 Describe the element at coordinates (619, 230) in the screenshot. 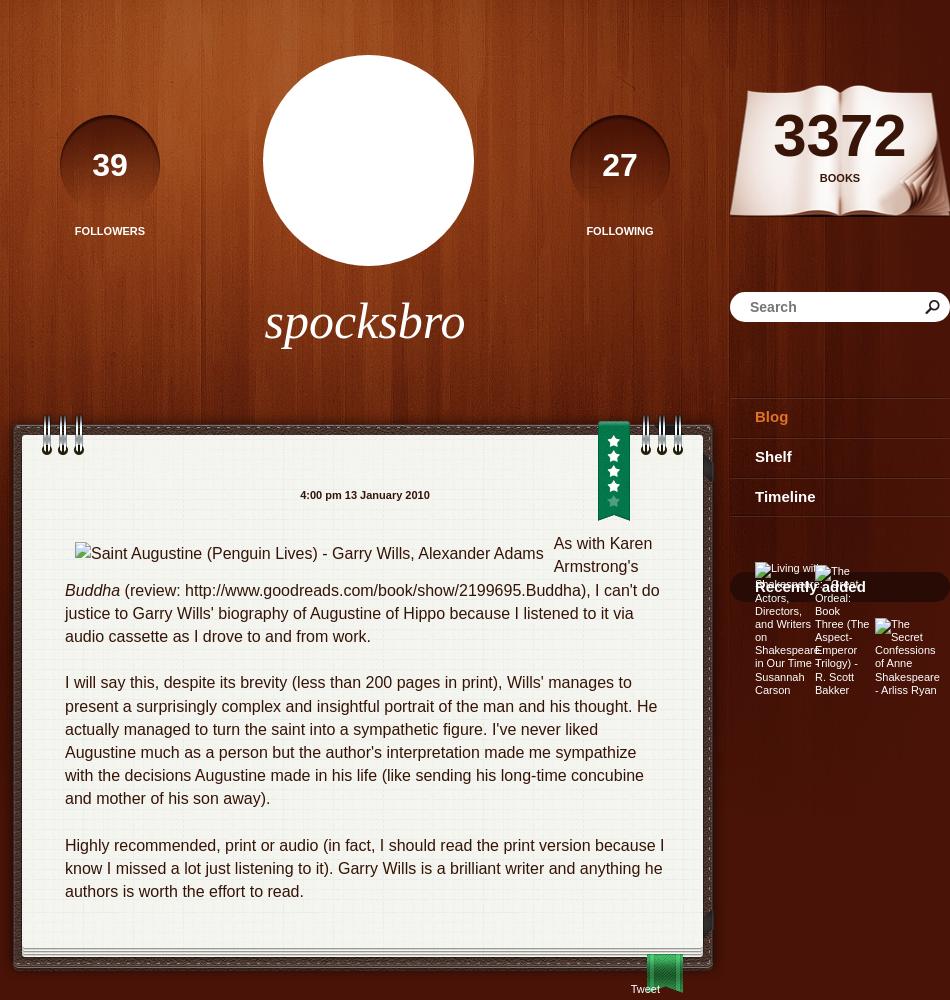

I see `'Following'` at that location.